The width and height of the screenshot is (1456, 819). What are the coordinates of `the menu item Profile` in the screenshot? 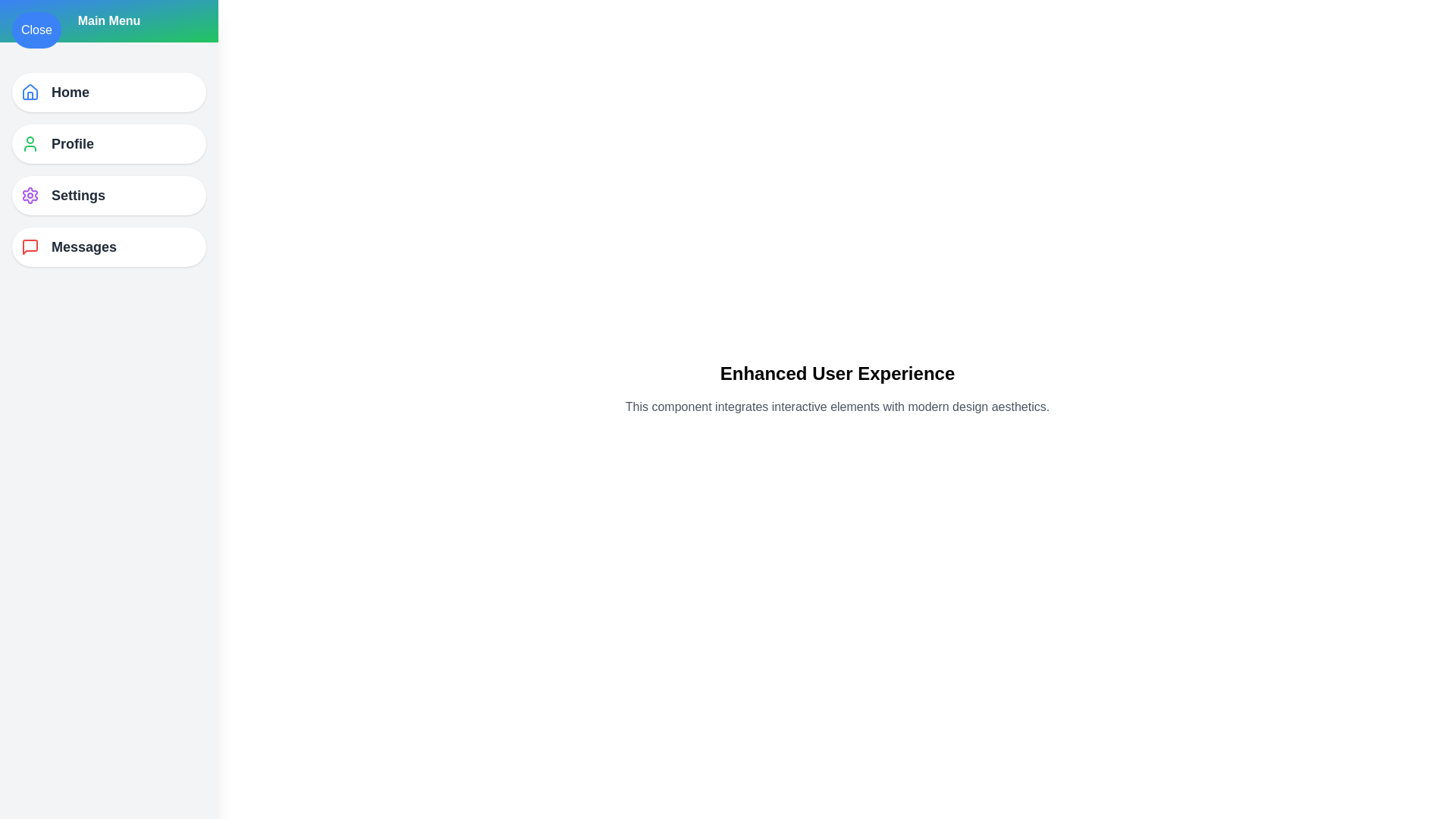 It's located at (108, 143).